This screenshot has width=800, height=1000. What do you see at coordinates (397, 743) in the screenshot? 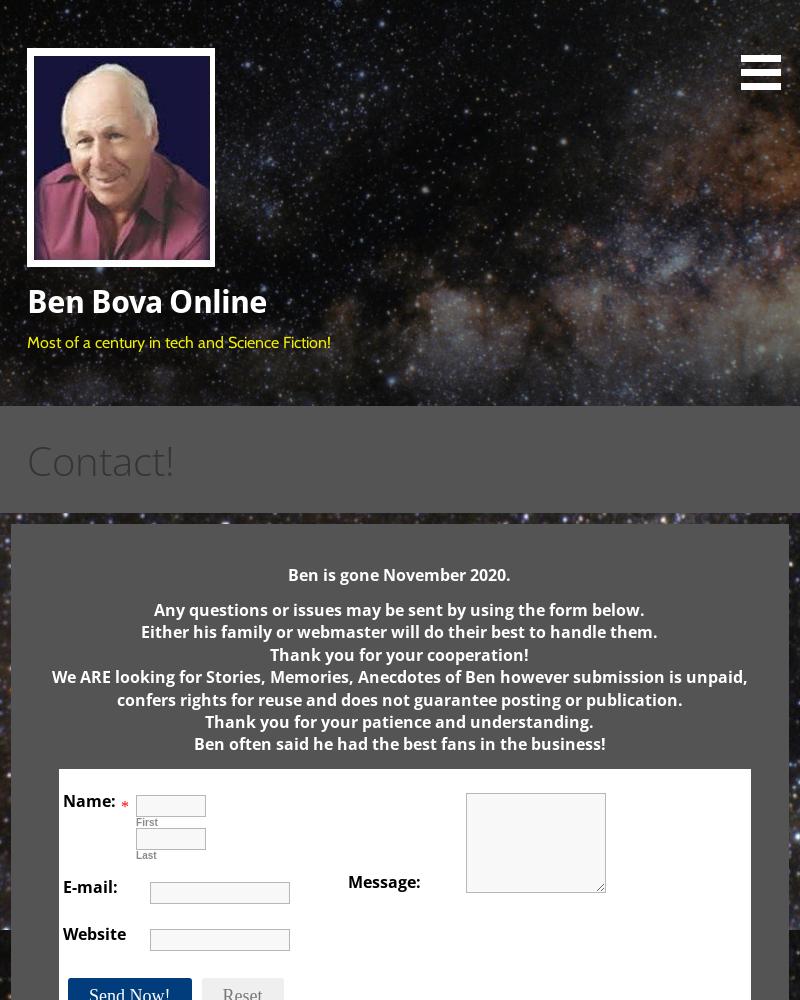
I see `'Ben often said he had the best fans in the business!'` at bounding box center [397, 743].